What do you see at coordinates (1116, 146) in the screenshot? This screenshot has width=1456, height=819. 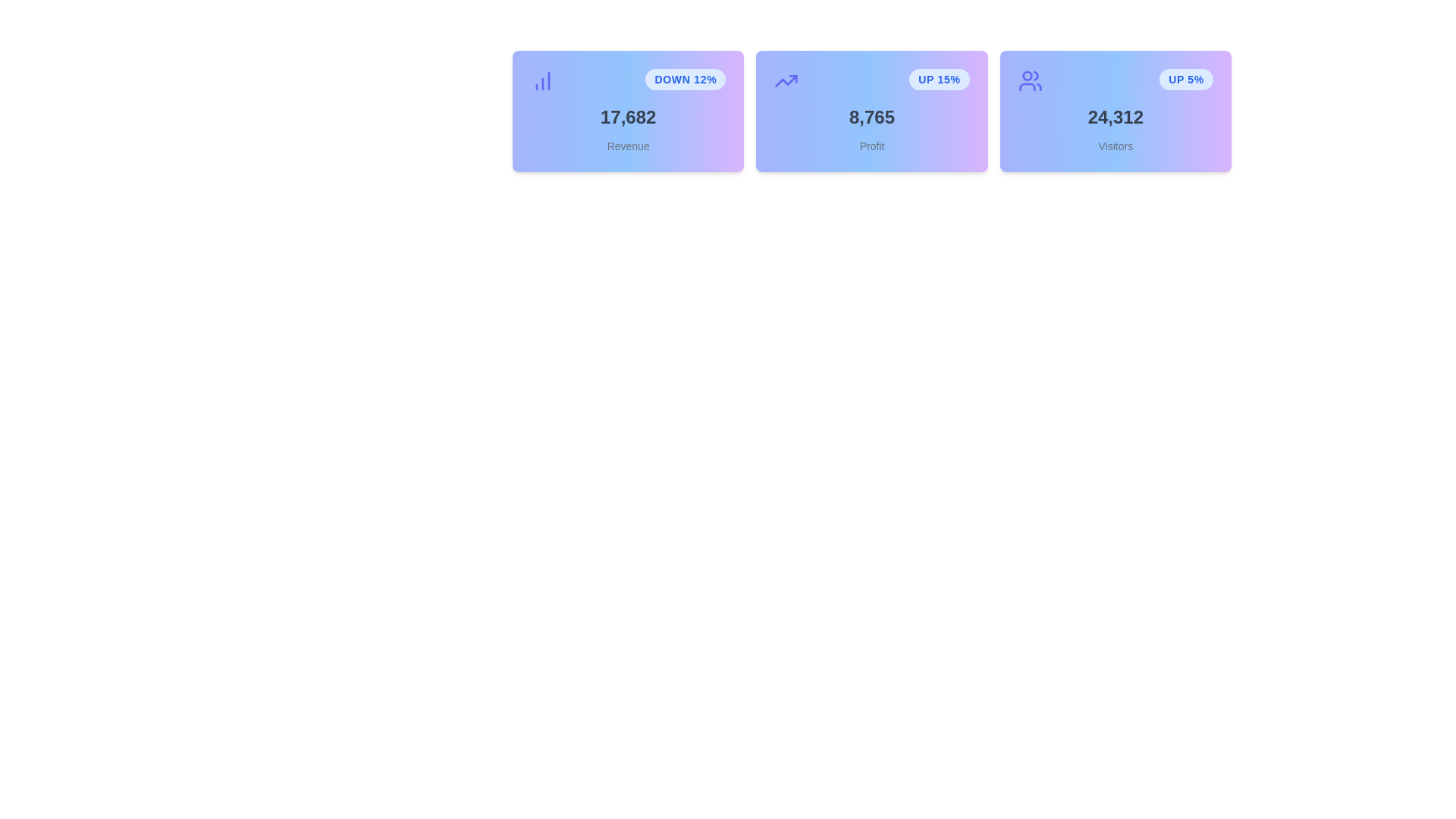 I see `the Text Label that describes the meaning of the numerical value '24,312', located at the bottom center of the gradient-colored card in the rightmost column of a three-column layout` at bounding box center [1116, 146].